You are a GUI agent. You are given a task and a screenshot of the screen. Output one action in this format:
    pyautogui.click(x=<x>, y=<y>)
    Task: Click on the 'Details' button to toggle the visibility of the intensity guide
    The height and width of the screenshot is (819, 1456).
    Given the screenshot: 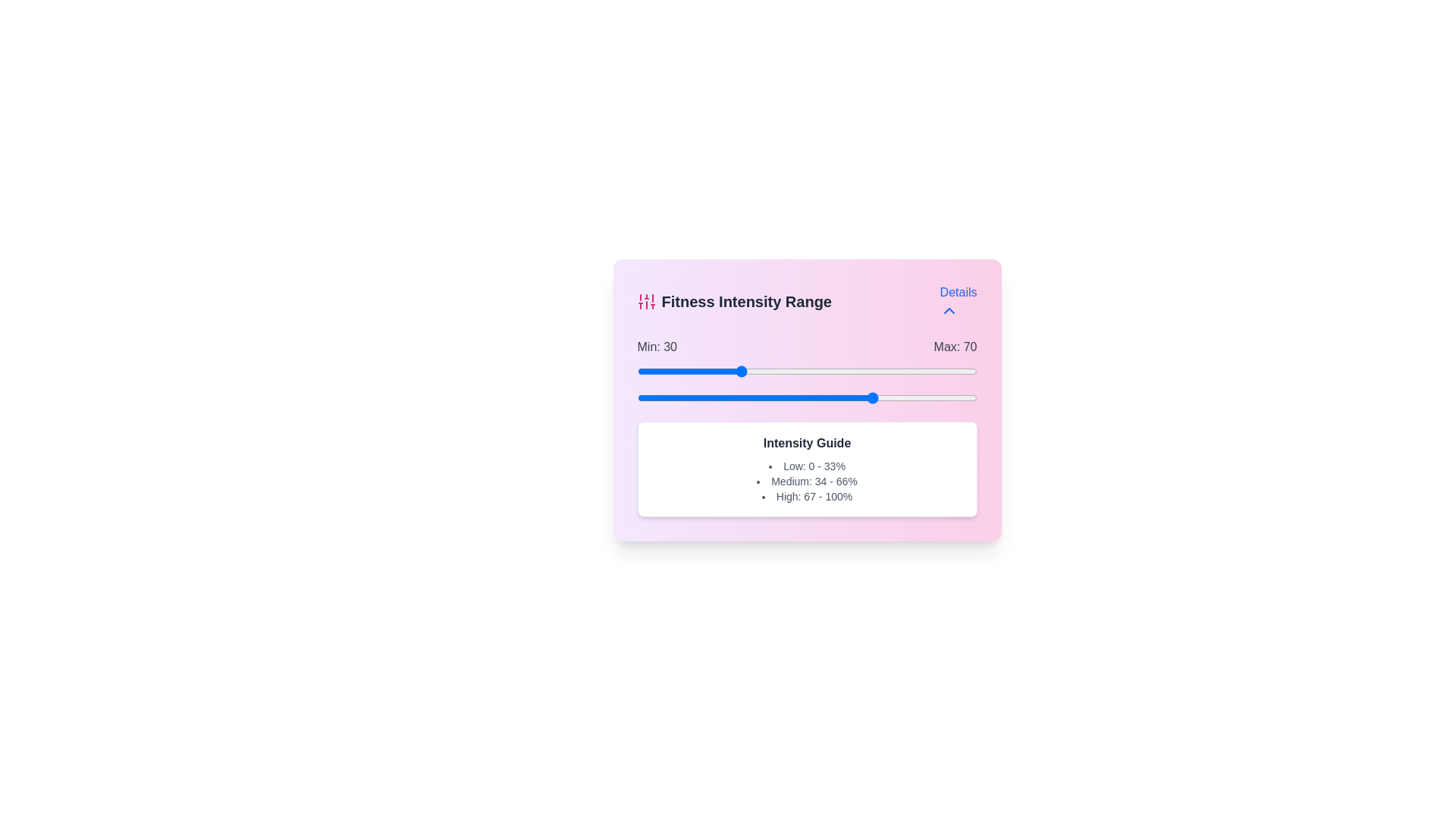 What is the action you would take?
    pyautogui.click(x=957, y=301)
    